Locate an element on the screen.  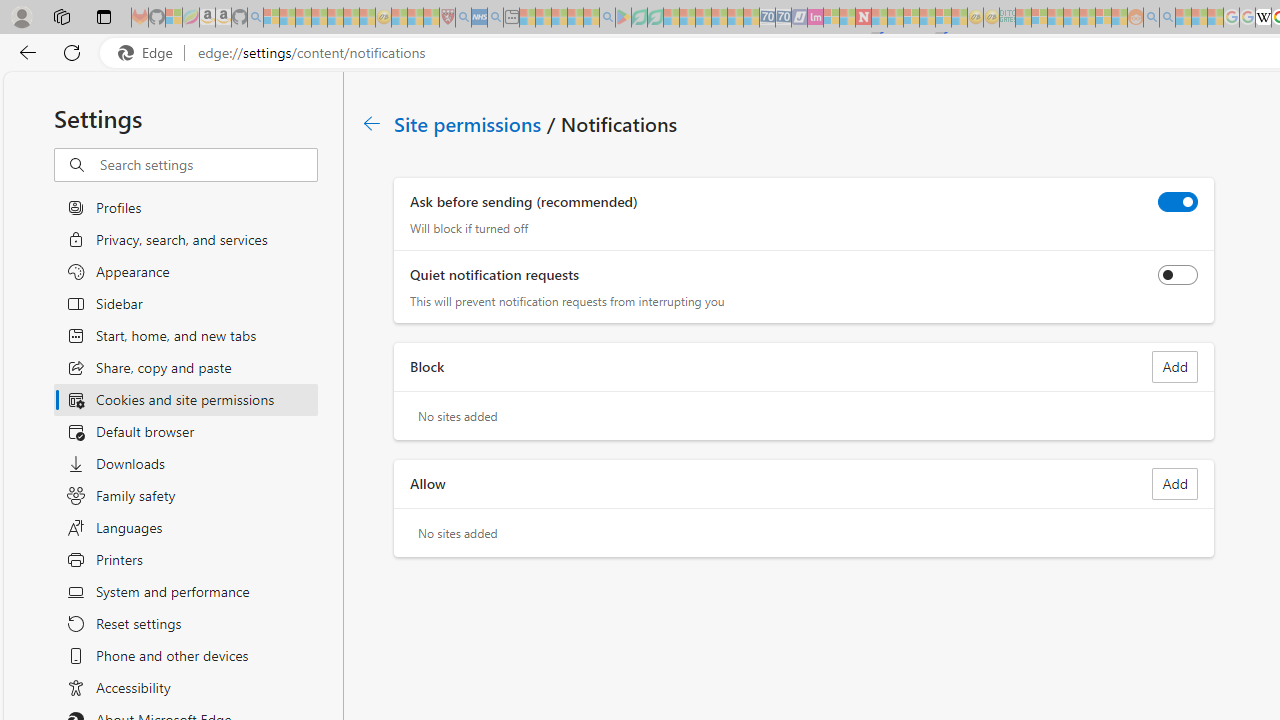
'The Weather Channel - MSN - Sleeping' is located at coordinates (302, 17).